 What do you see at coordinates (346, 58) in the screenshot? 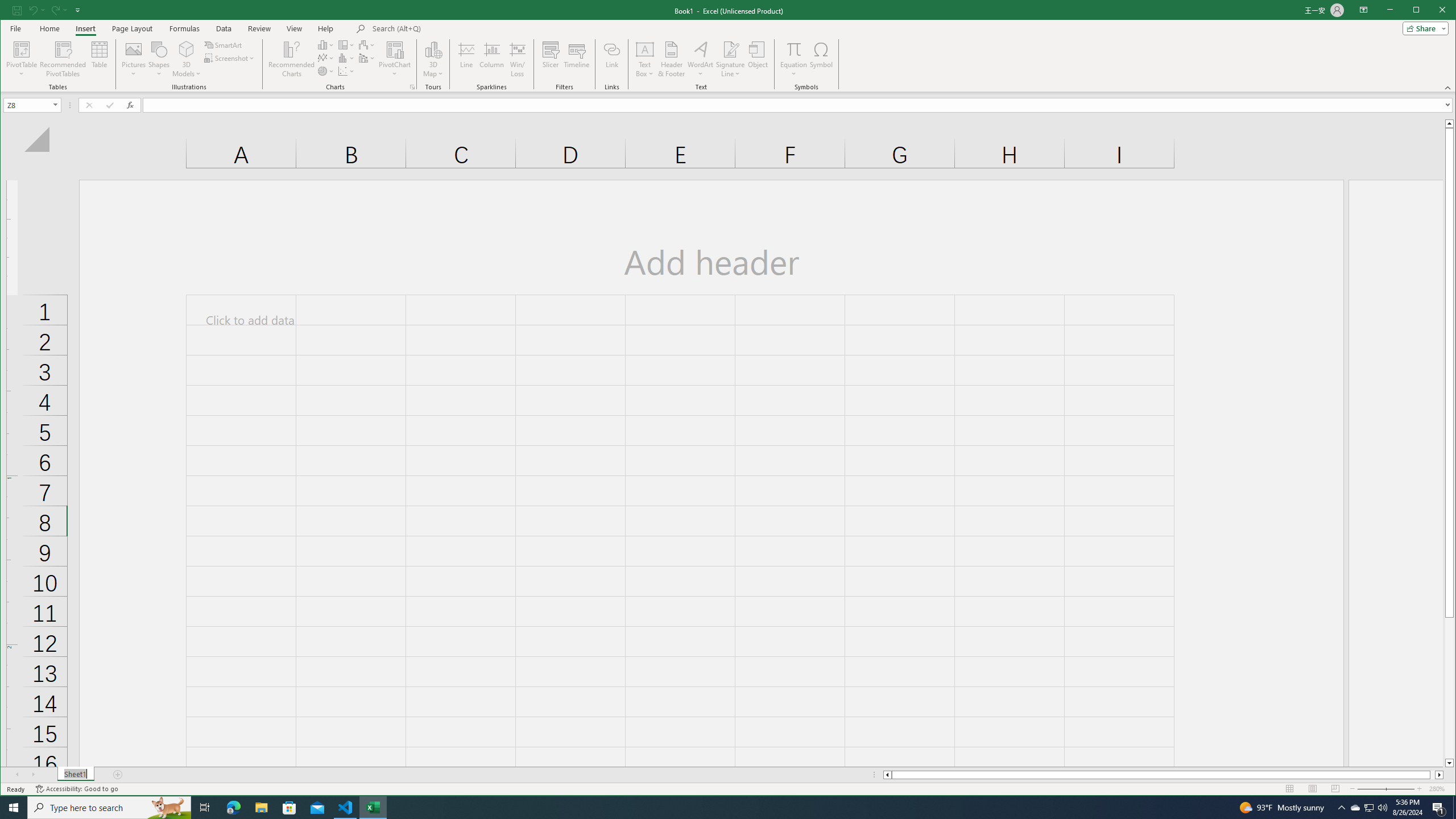
I see `'Insert Statistic Chart'` at bounding box center [346, 58].